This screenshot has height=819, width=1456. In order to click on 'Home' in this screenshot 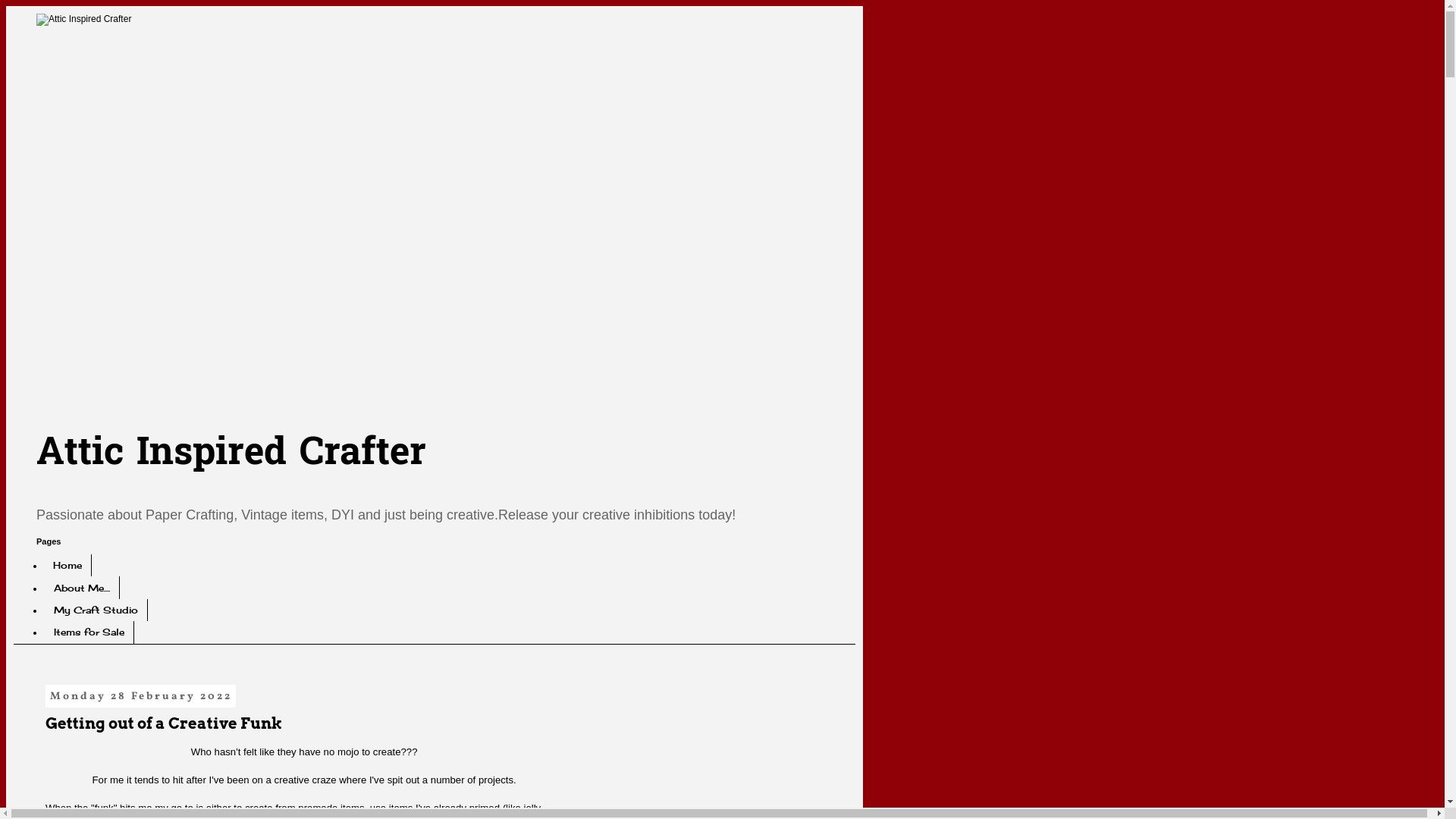, I will do `click(67, 565)`.